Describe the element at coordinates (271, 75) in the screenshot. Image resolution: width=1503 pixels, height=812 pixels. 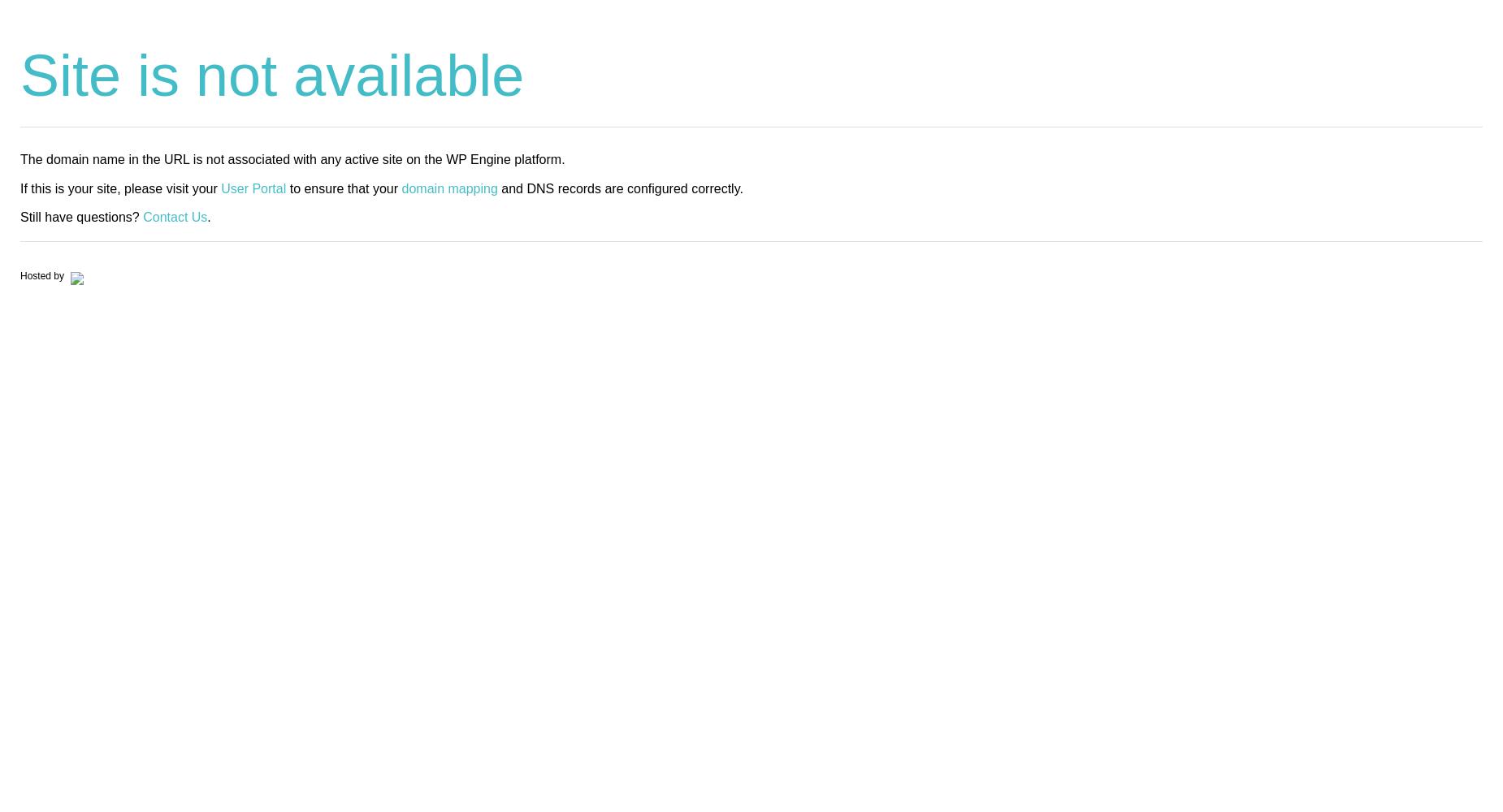
I see `'Site is not available'` at that location.